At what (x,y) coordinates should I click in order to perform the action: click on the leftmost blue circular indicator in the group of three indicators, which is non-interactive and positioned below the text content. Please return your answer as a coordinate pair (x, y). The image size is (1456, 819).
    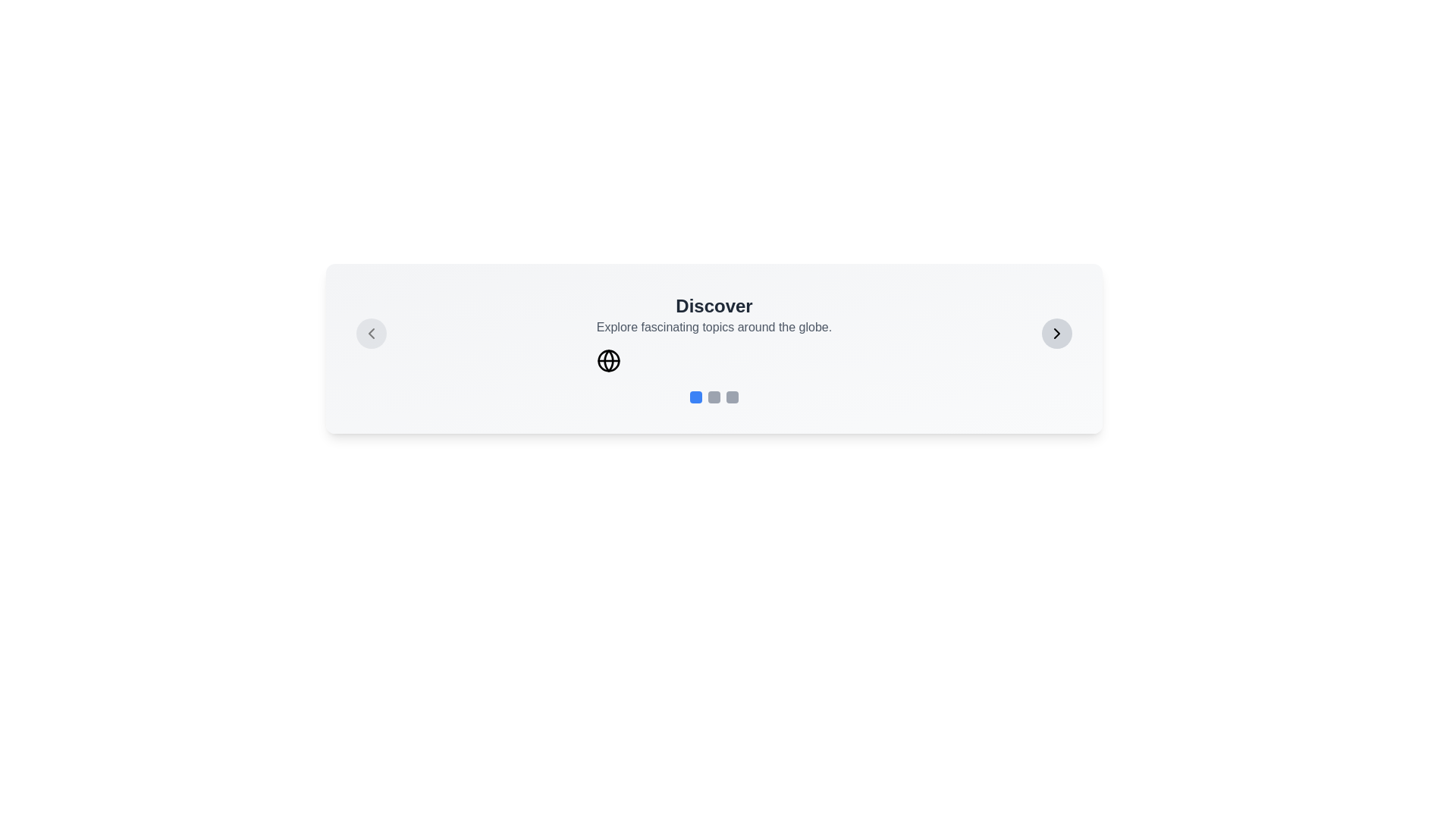
    Looking at the image, I should click on (695, 397).